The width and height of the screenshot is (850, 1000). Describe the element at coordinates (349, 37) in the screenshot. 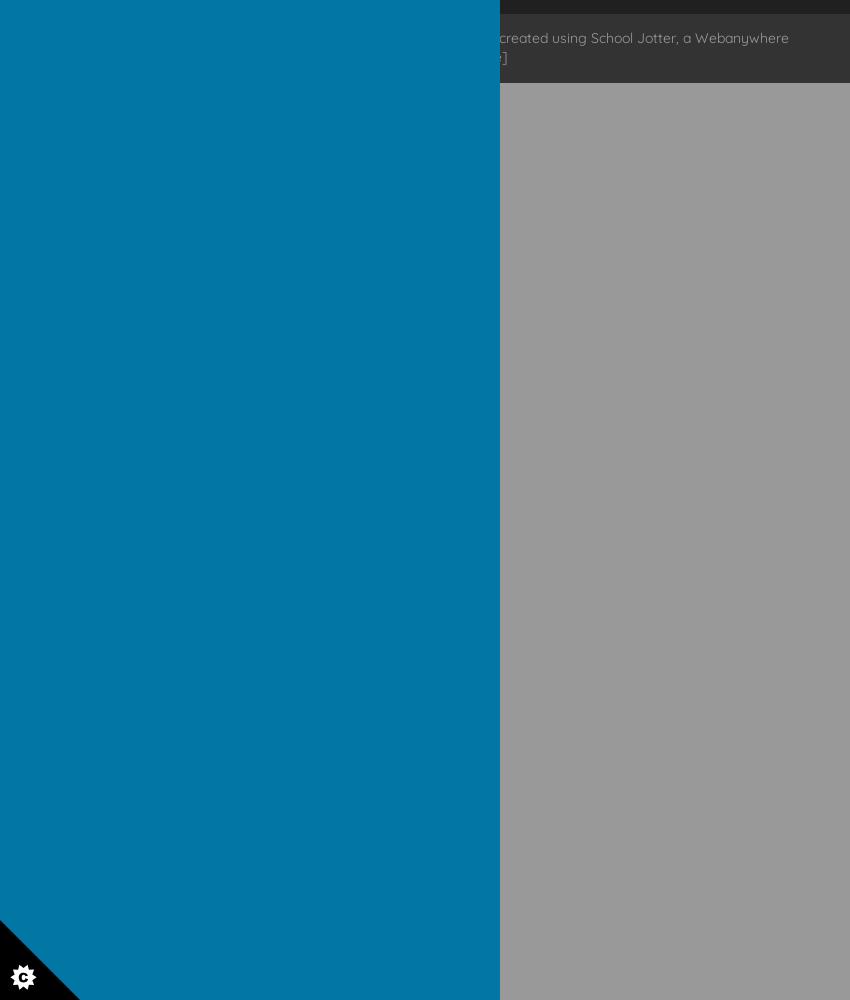

I see `'.'` at that location.